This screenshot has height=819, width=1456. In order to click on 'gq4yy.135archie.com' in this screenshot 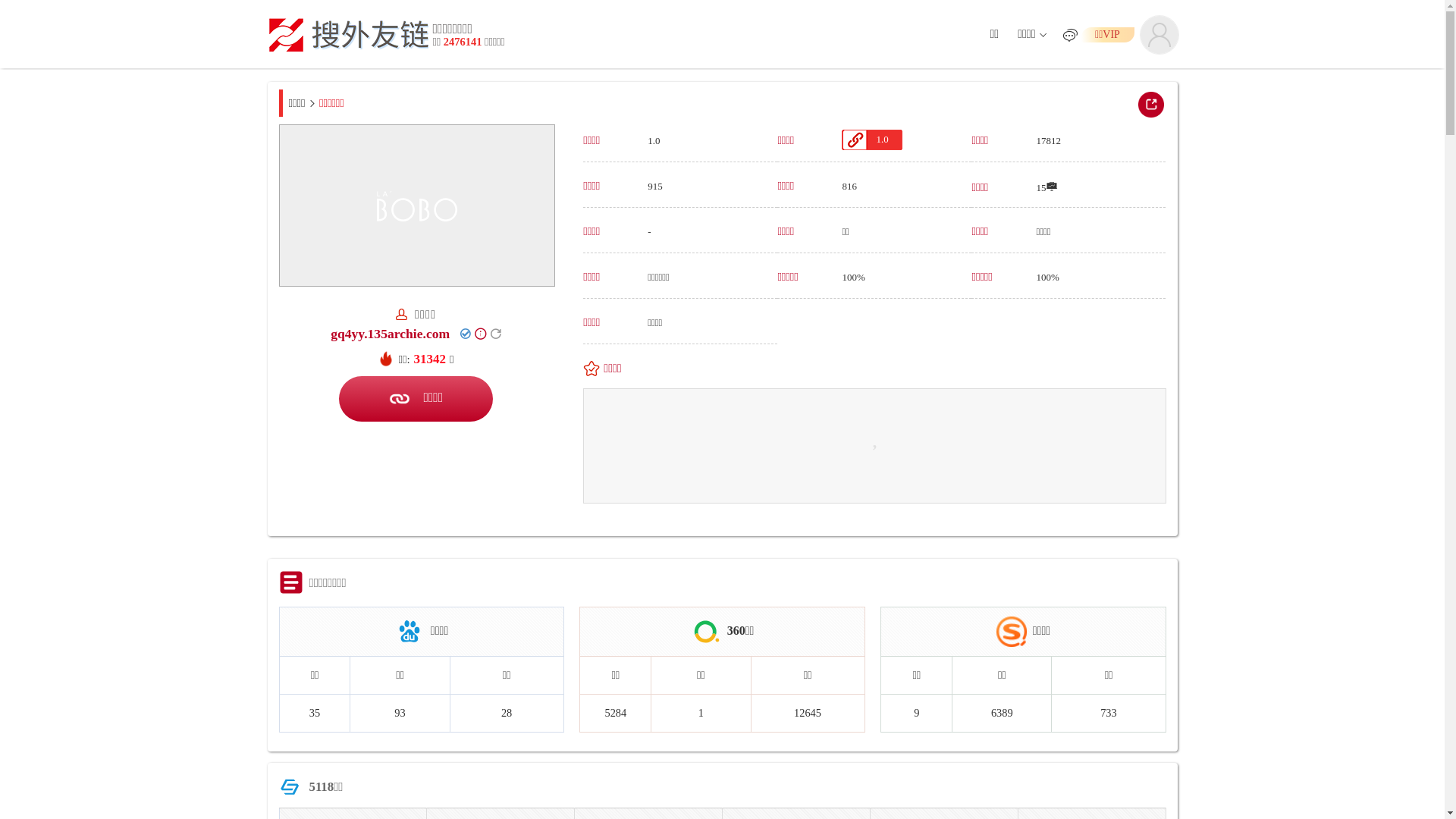, I will do `click(390, 332)`.